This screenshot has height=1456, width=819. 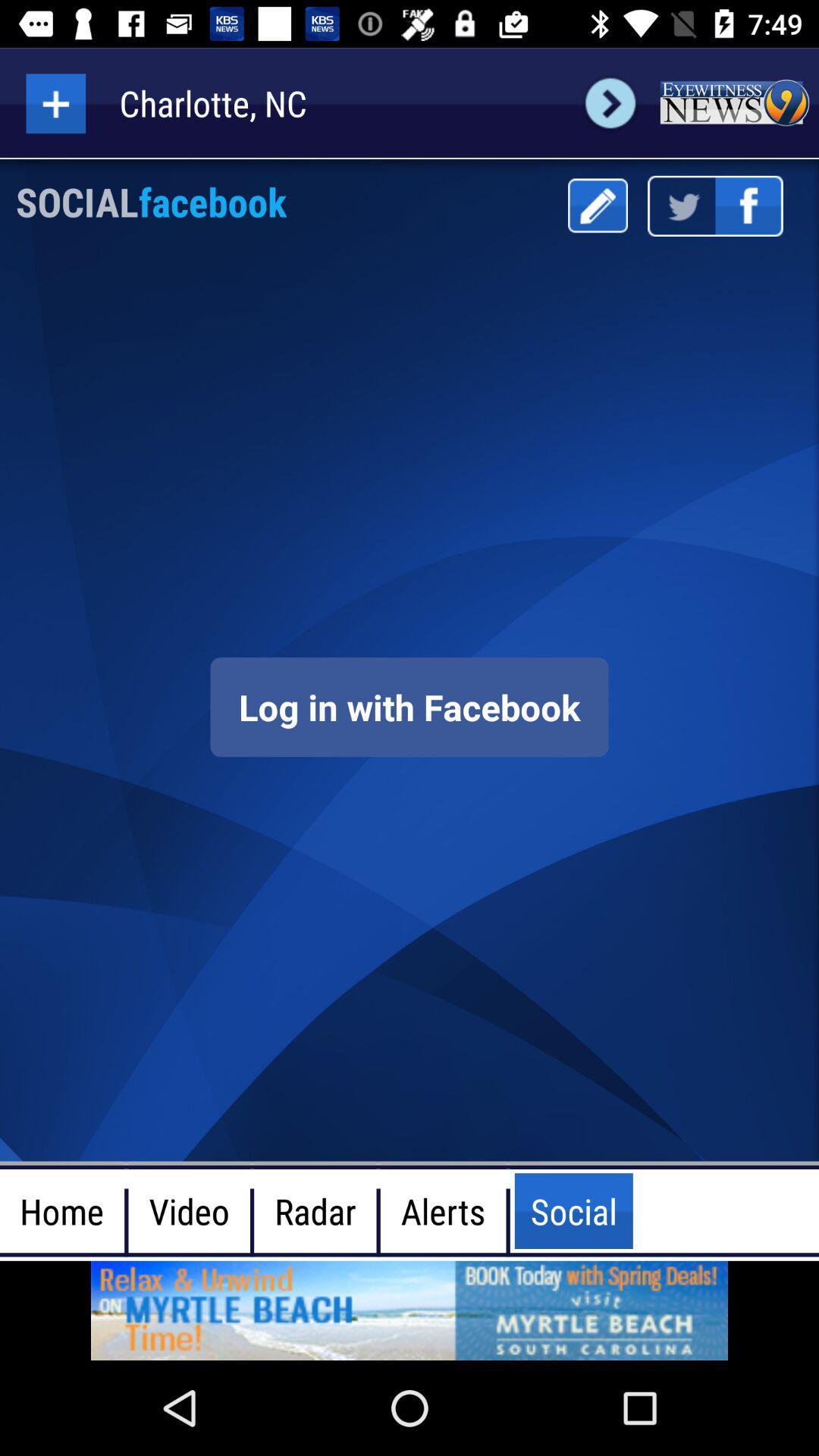 What do you see at coordinates (597, 205) in the screenshot?
I see `the edit icon` at bounding box center [597, 205].